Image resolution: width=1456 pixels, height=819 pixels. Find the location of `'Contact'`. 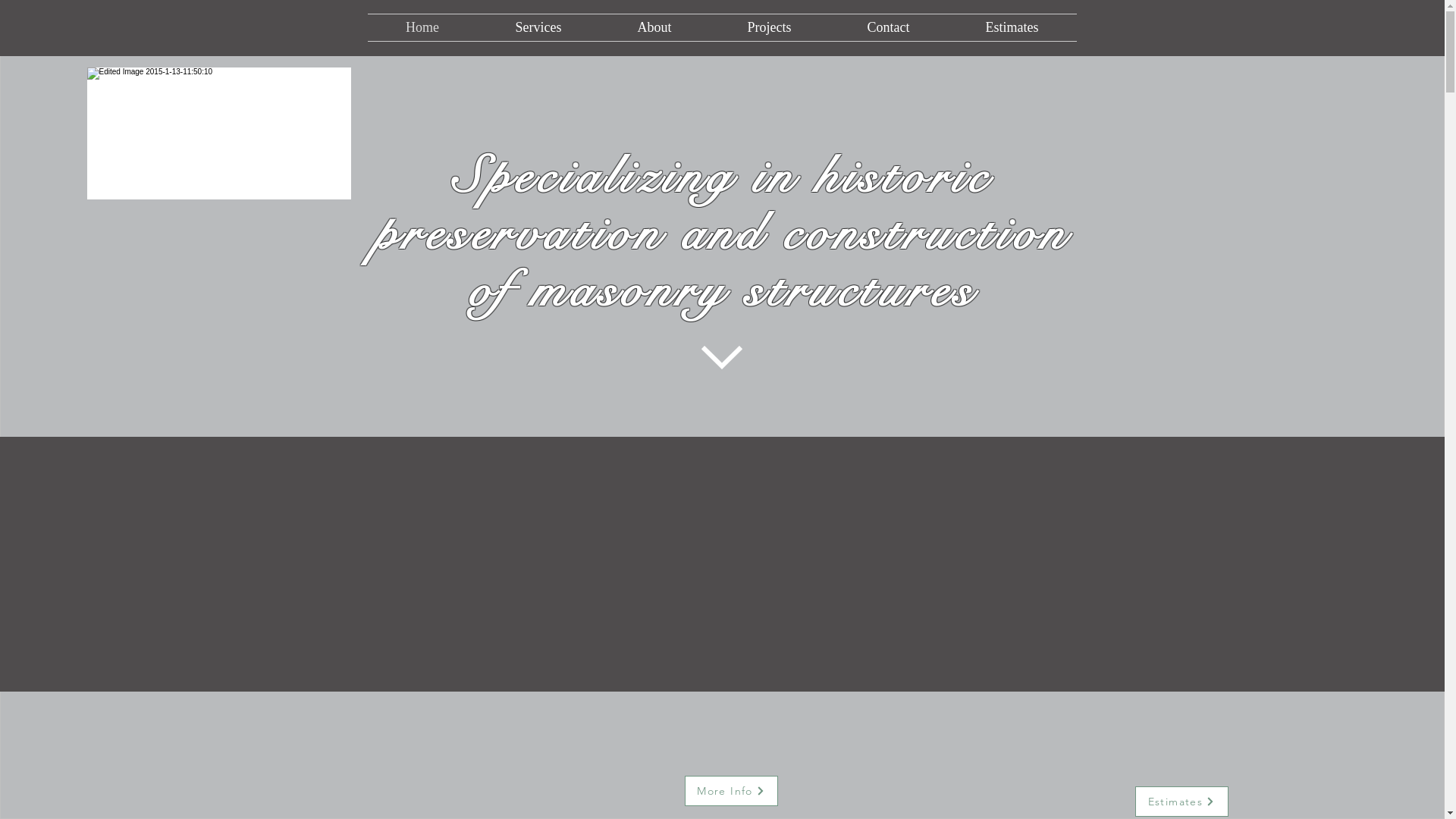

'Contact' is located at coordinates (888, 27).